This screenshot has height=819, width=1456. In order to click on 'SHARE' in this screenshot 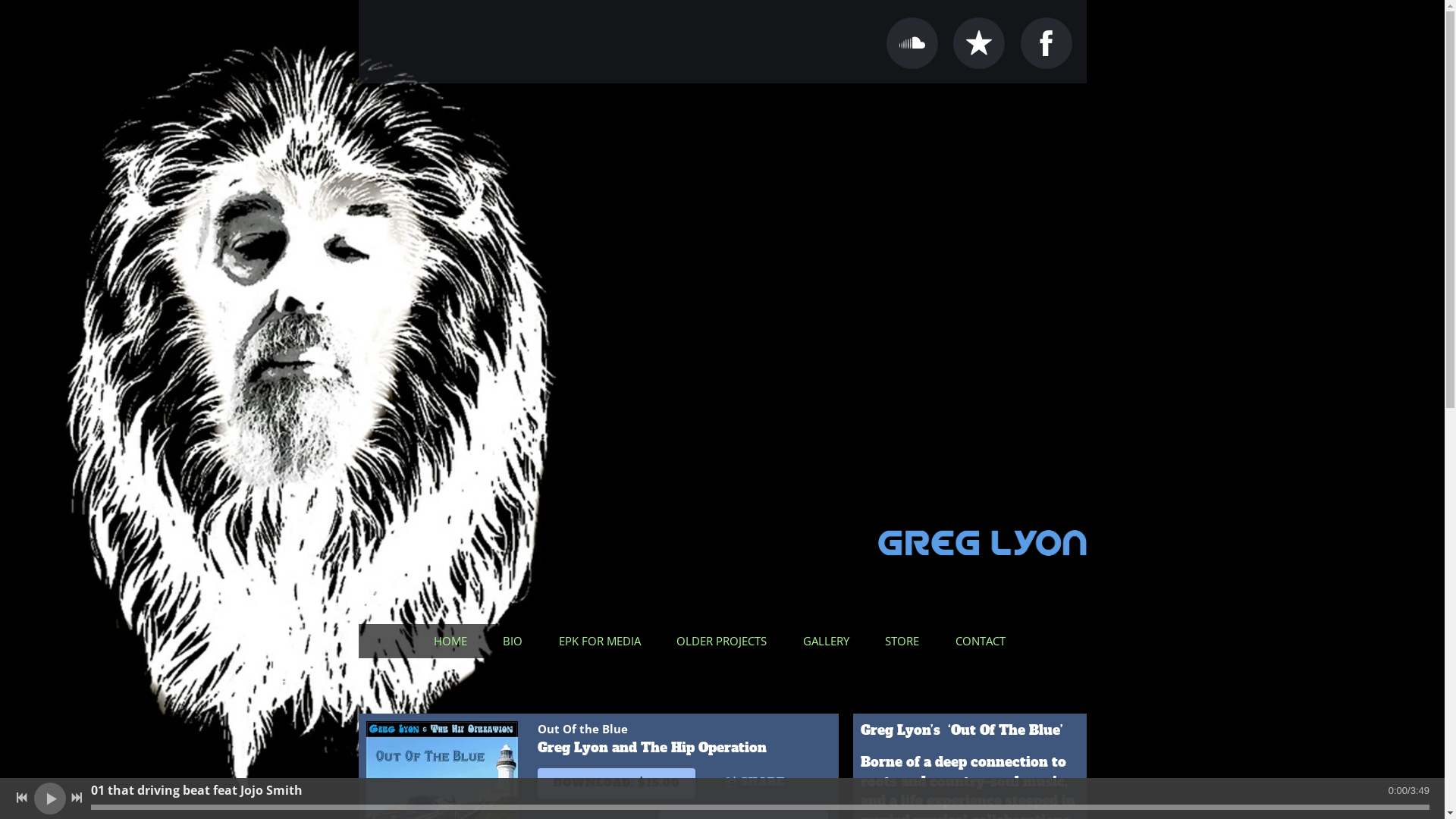, I will do `click(762, 783)`.